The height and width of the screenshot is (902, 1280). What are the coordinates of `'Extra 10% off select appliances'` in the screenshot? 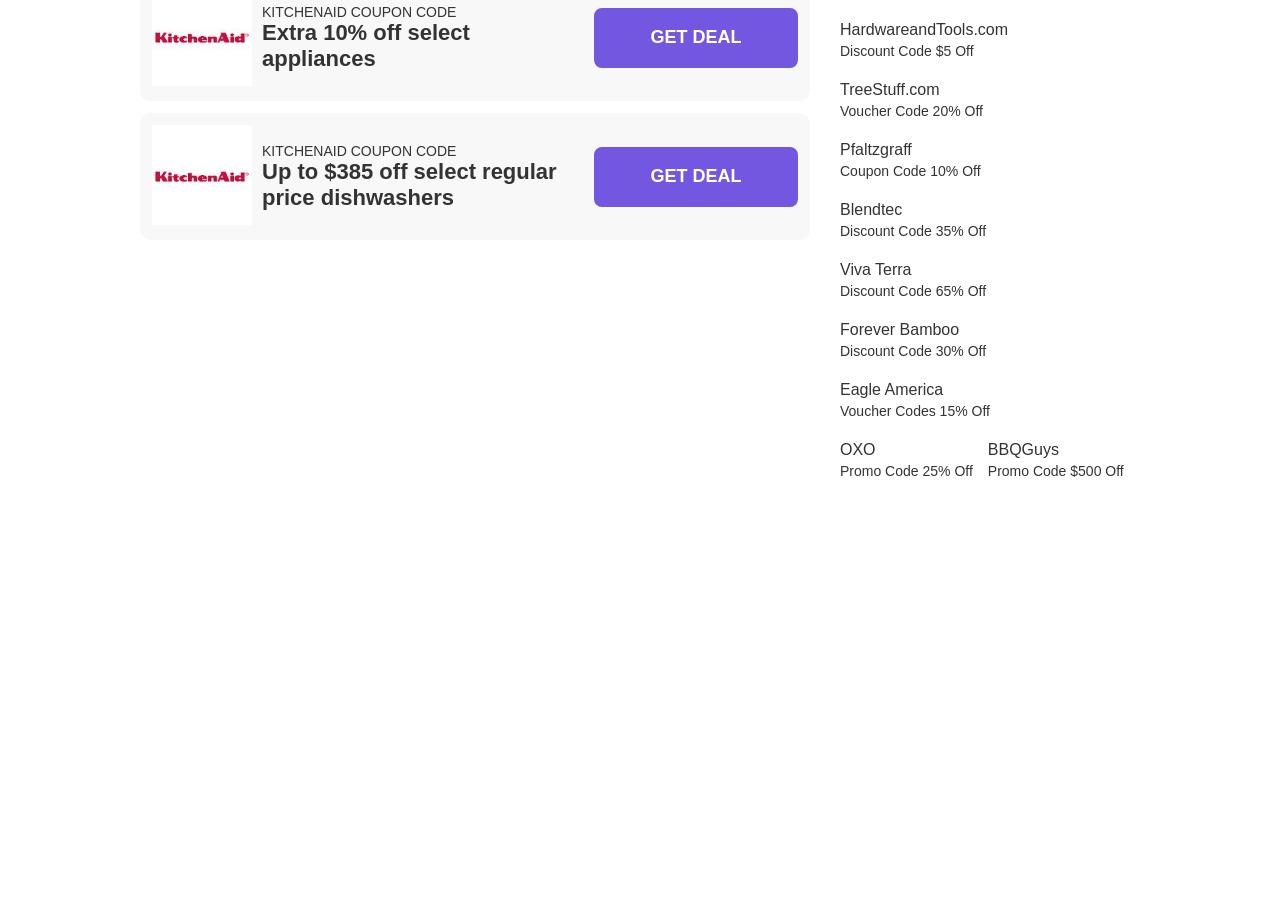 It's located at (261, 43).